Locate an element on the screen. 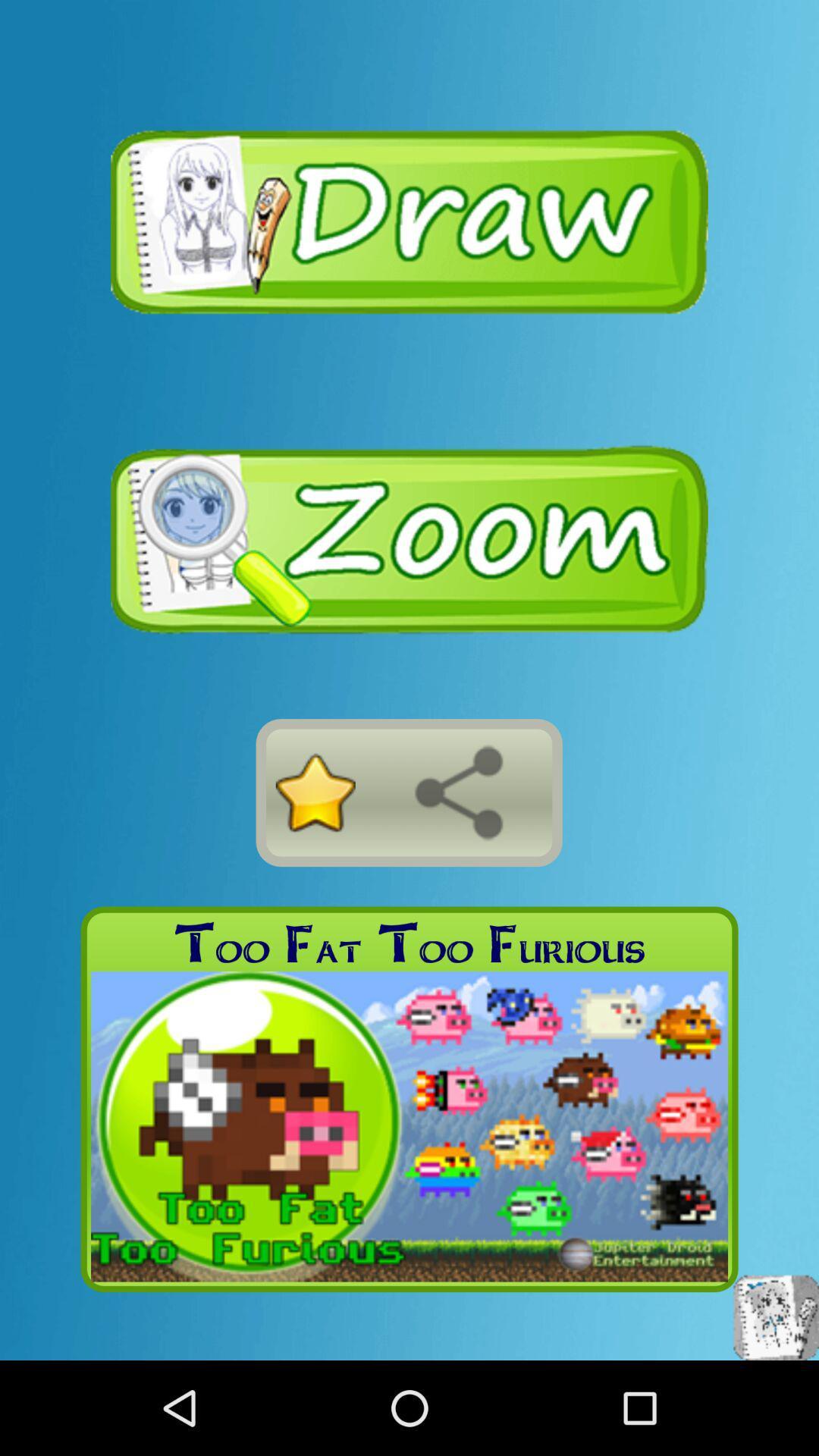 The image size is (819, 1456). the too fat too is located at coordinates (409, 943).